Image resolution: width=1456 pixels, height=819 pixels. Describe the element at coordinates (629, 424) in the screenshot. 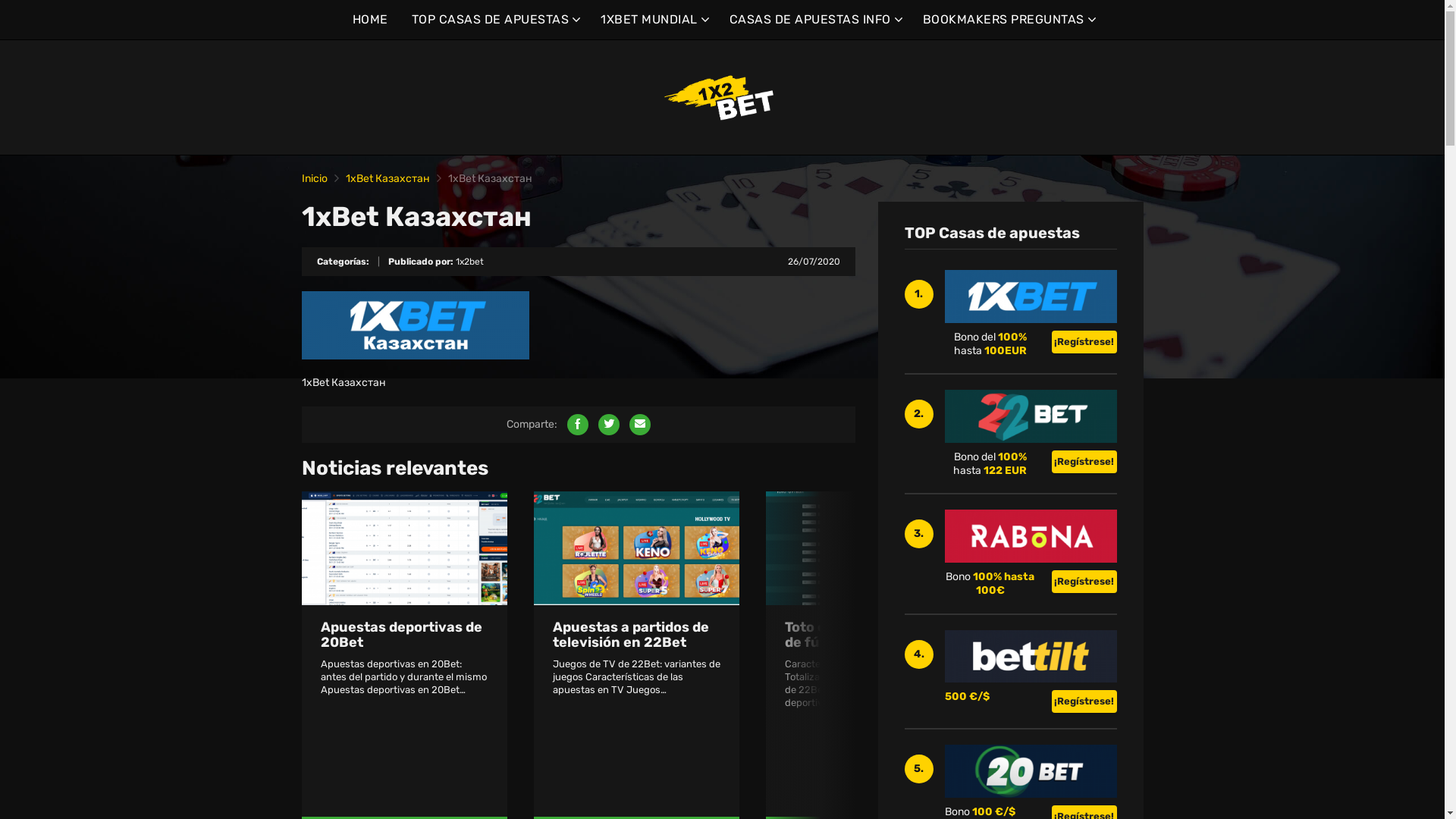

I see `'Share by email'` at that location.